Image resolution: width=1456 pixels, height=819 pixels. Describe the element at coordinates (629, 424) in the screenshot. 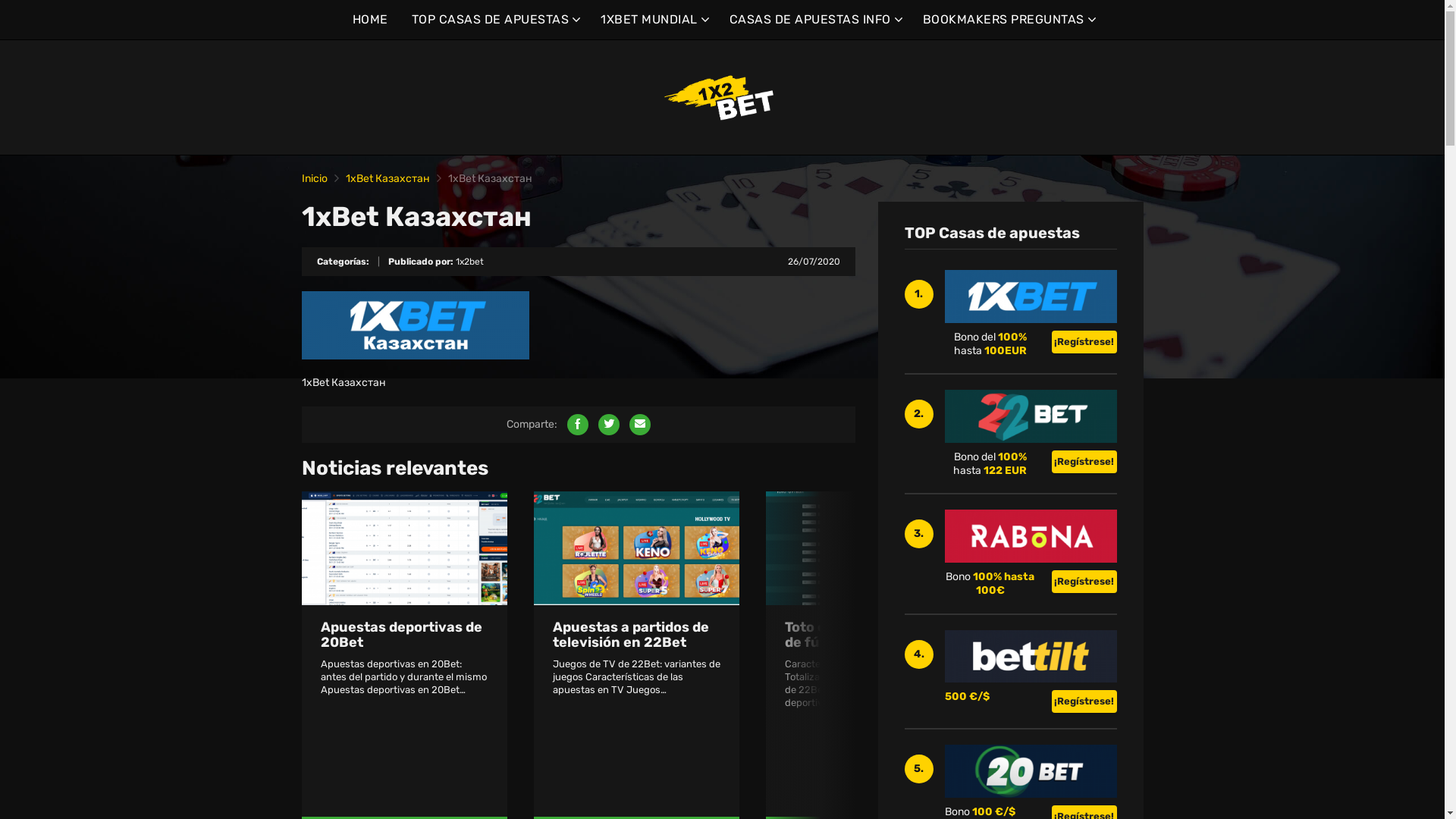

I see `'Share by email'` at that location.